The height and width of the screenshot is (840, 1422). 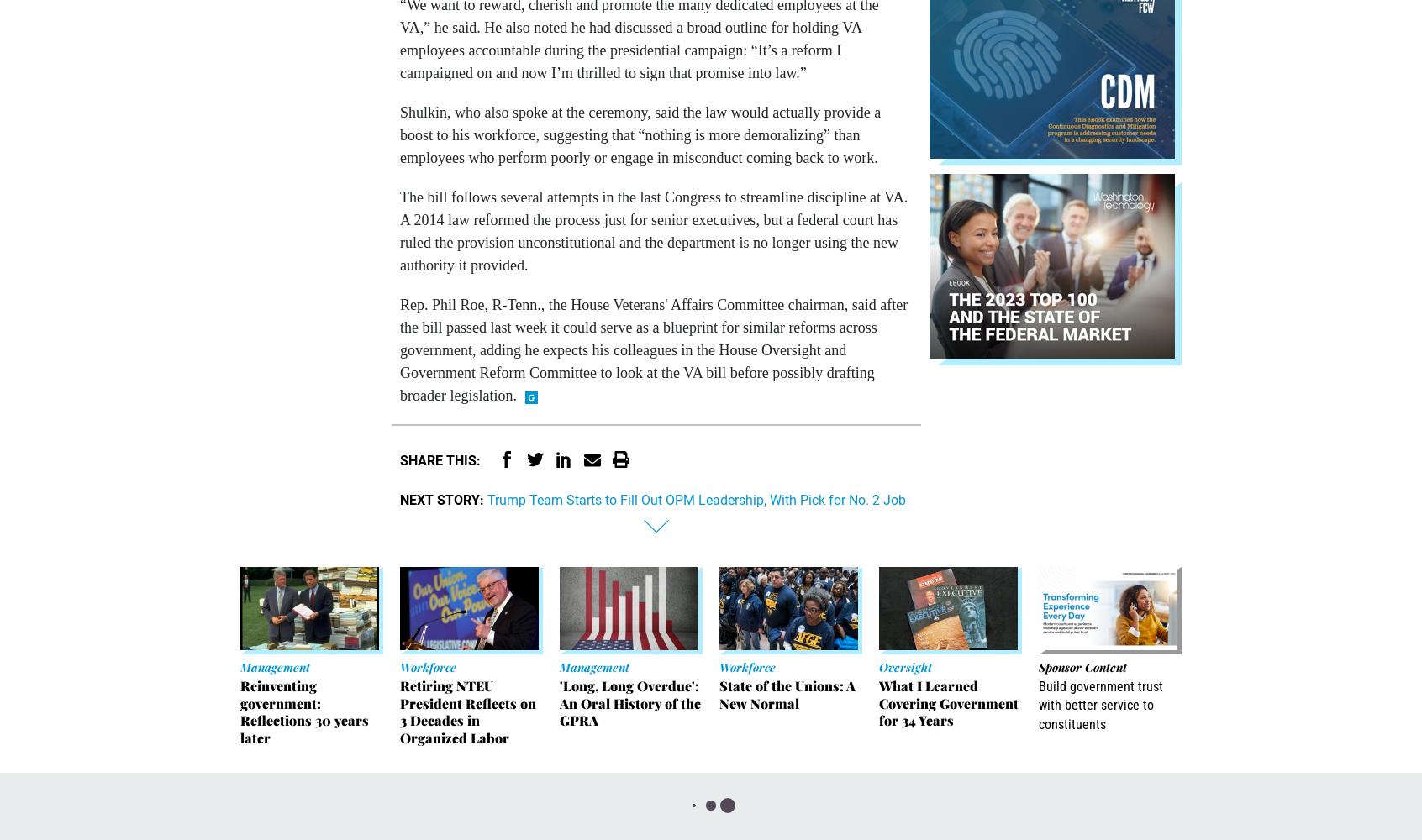 I want to click on 'State of the Unions: A New Normal', so click(x=787, y=693).